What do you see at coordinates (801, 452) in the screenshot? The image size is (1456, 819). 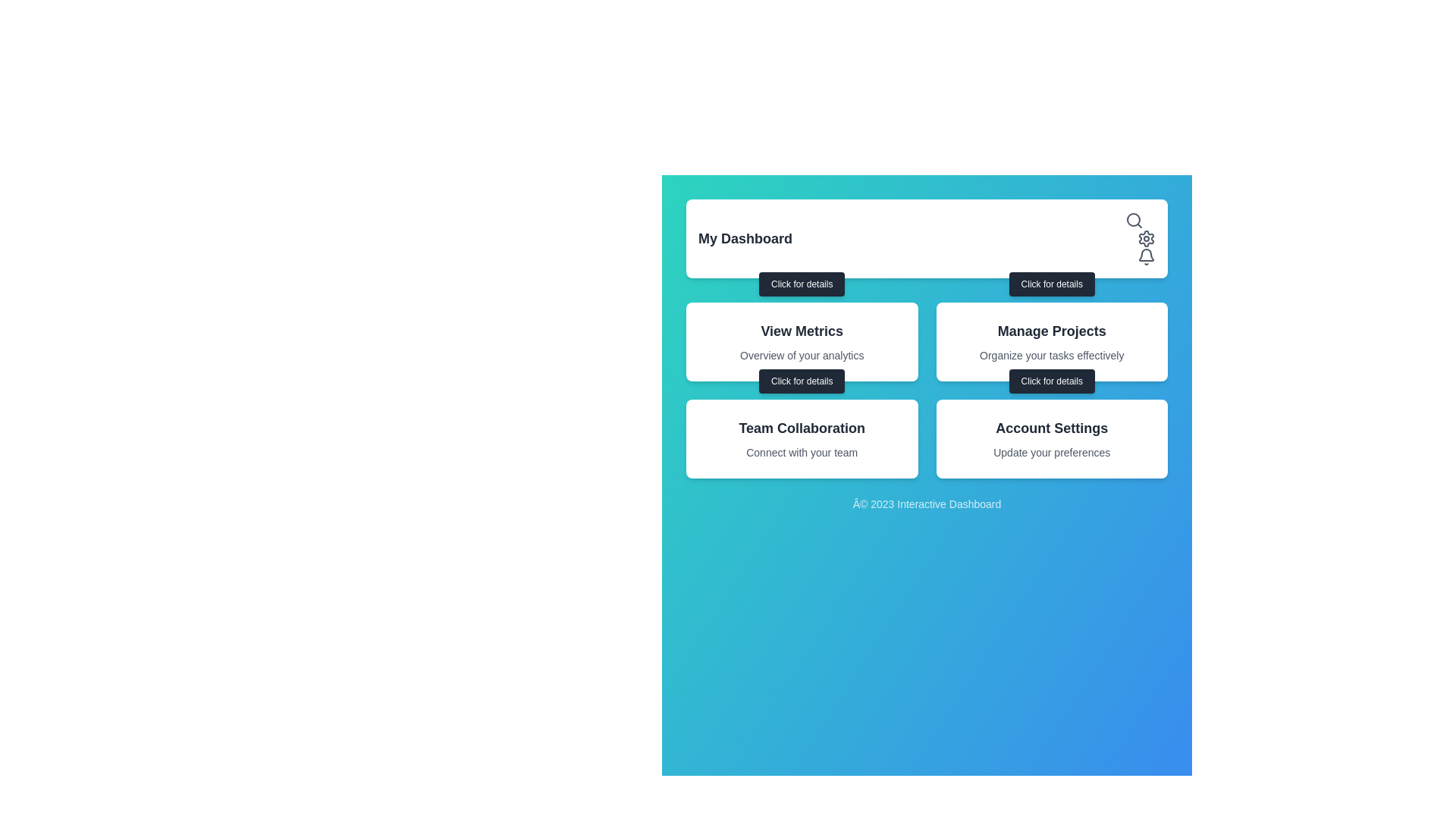 I see `the descriptive subtitle text label located beneath the 'Team Collaboration' title in the bottom-left section of the main grid layout` at bounding box center [801, 452].